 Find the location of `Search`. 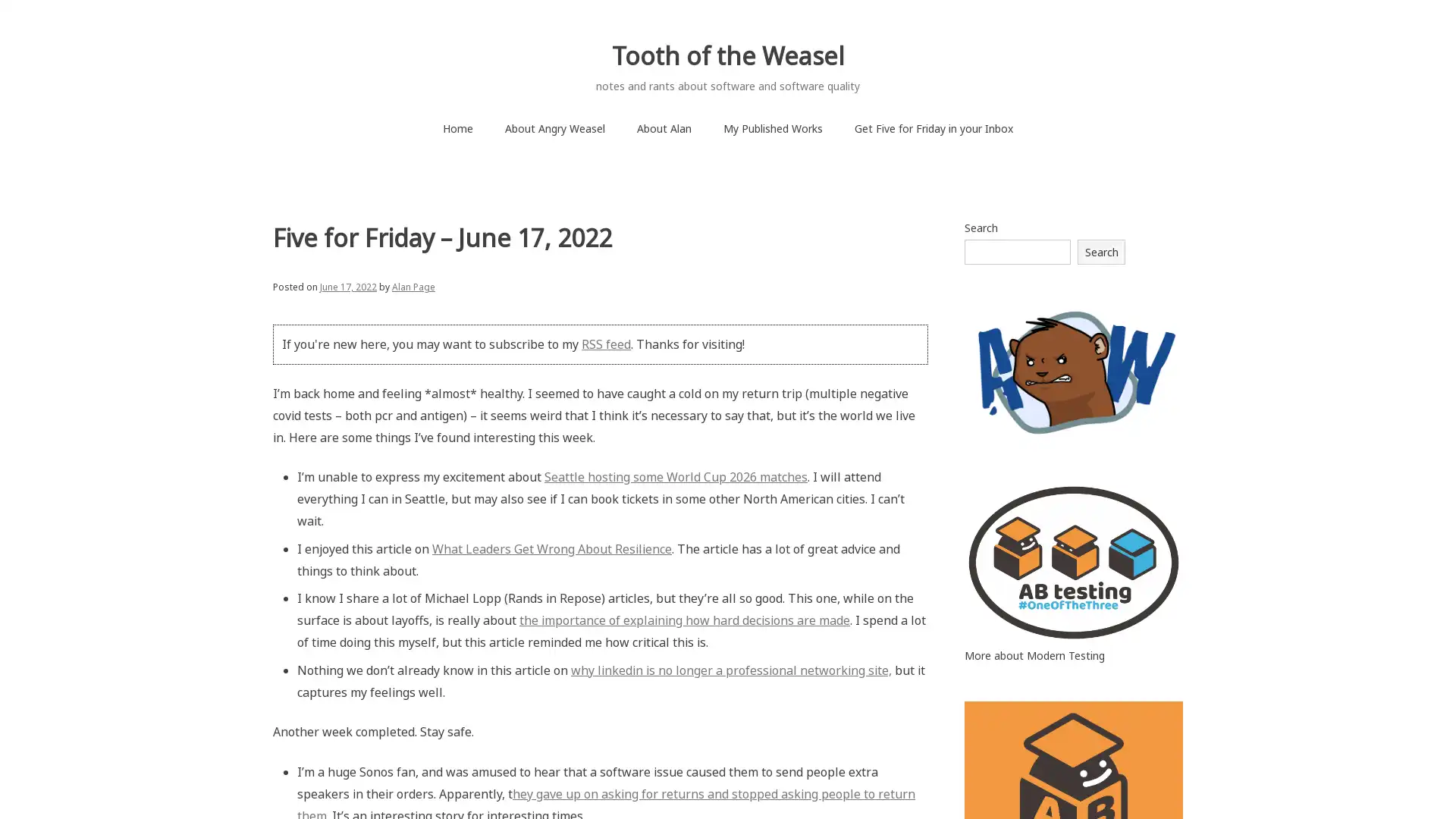

Search is located at coordinates (1101, 250).